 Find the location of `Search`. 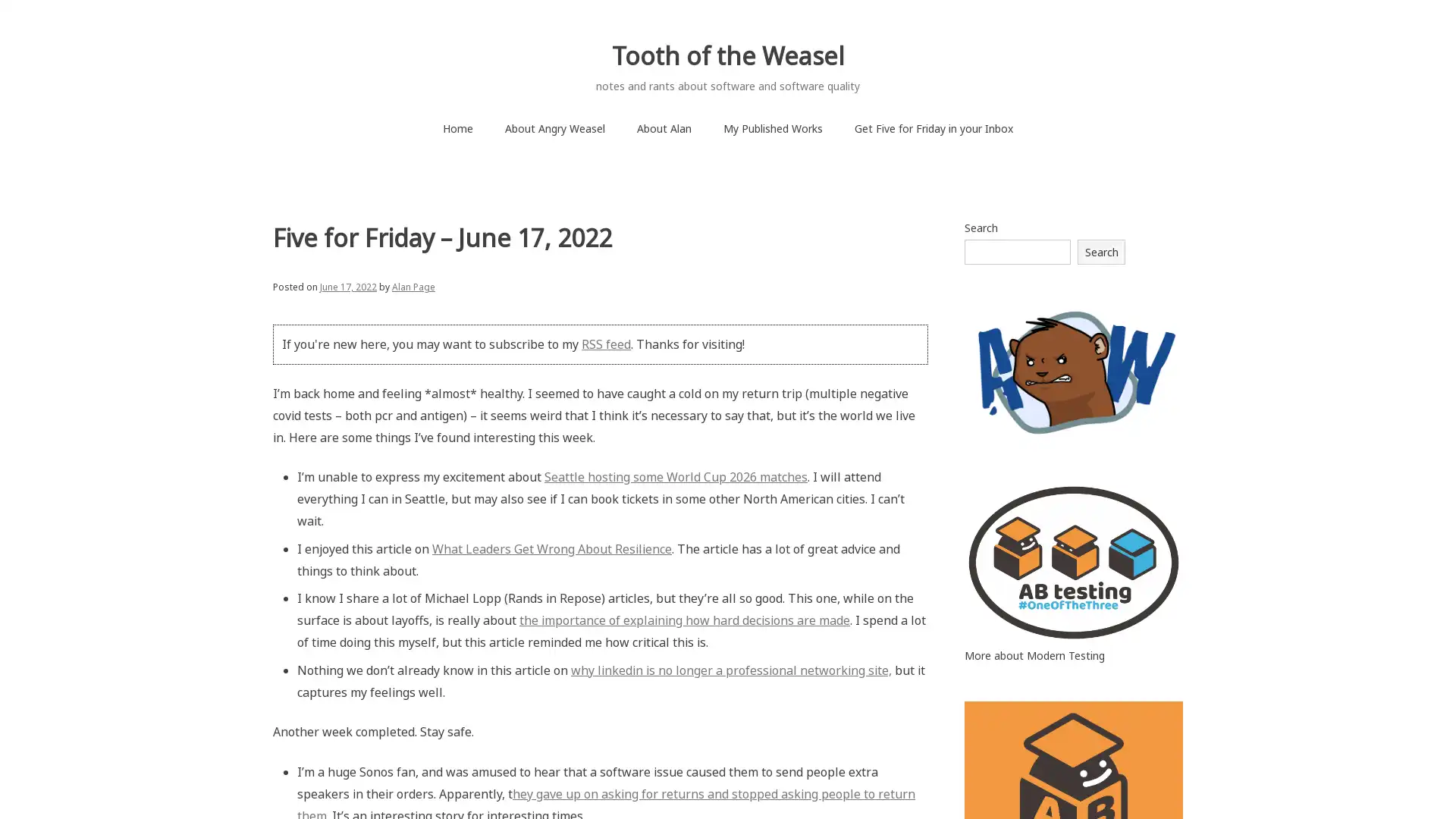

Search is located at coordinates (1101, 250).